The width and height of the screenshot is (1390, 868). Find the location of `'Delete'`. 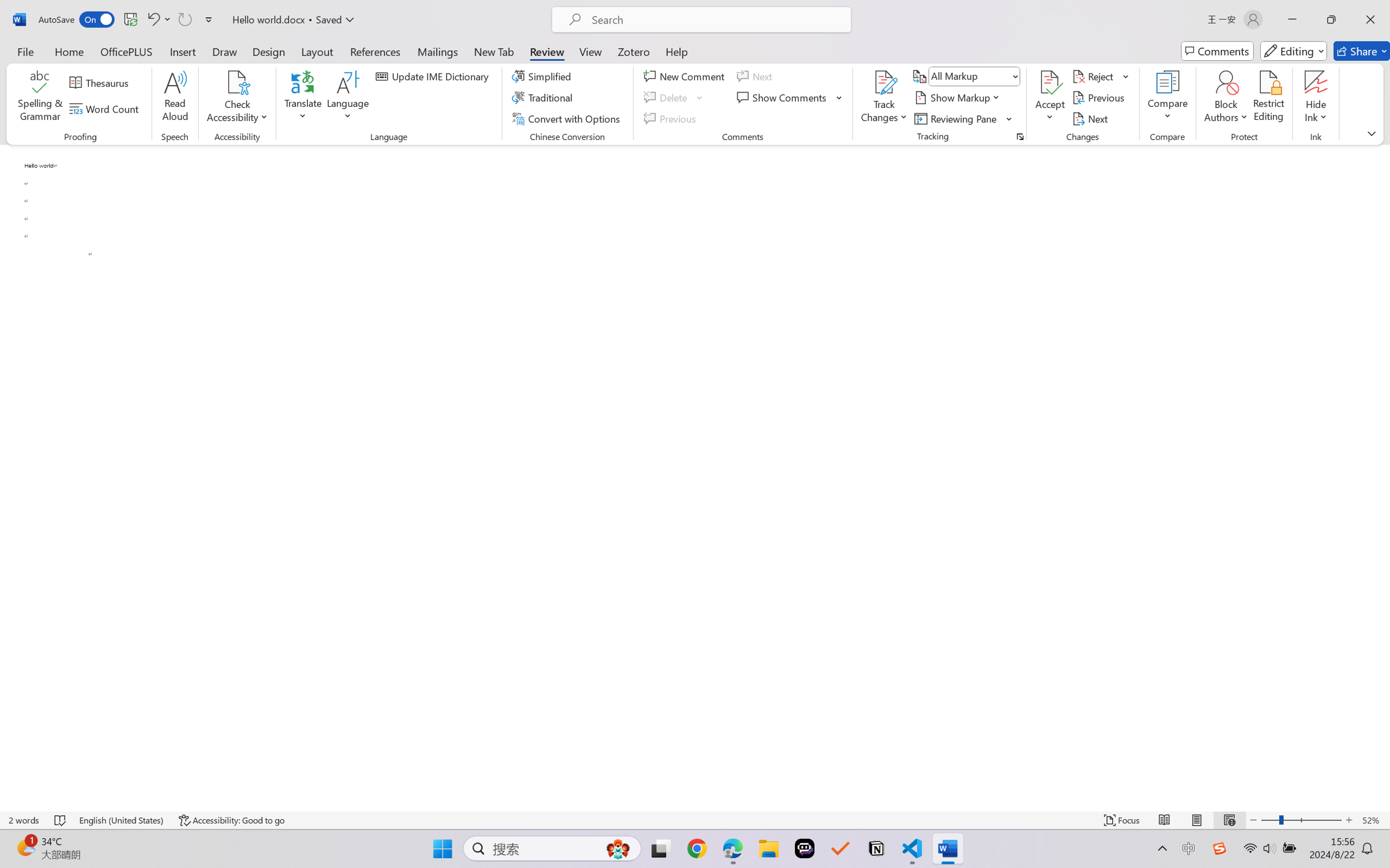

'Delete' is located at coordinates (674, 98).